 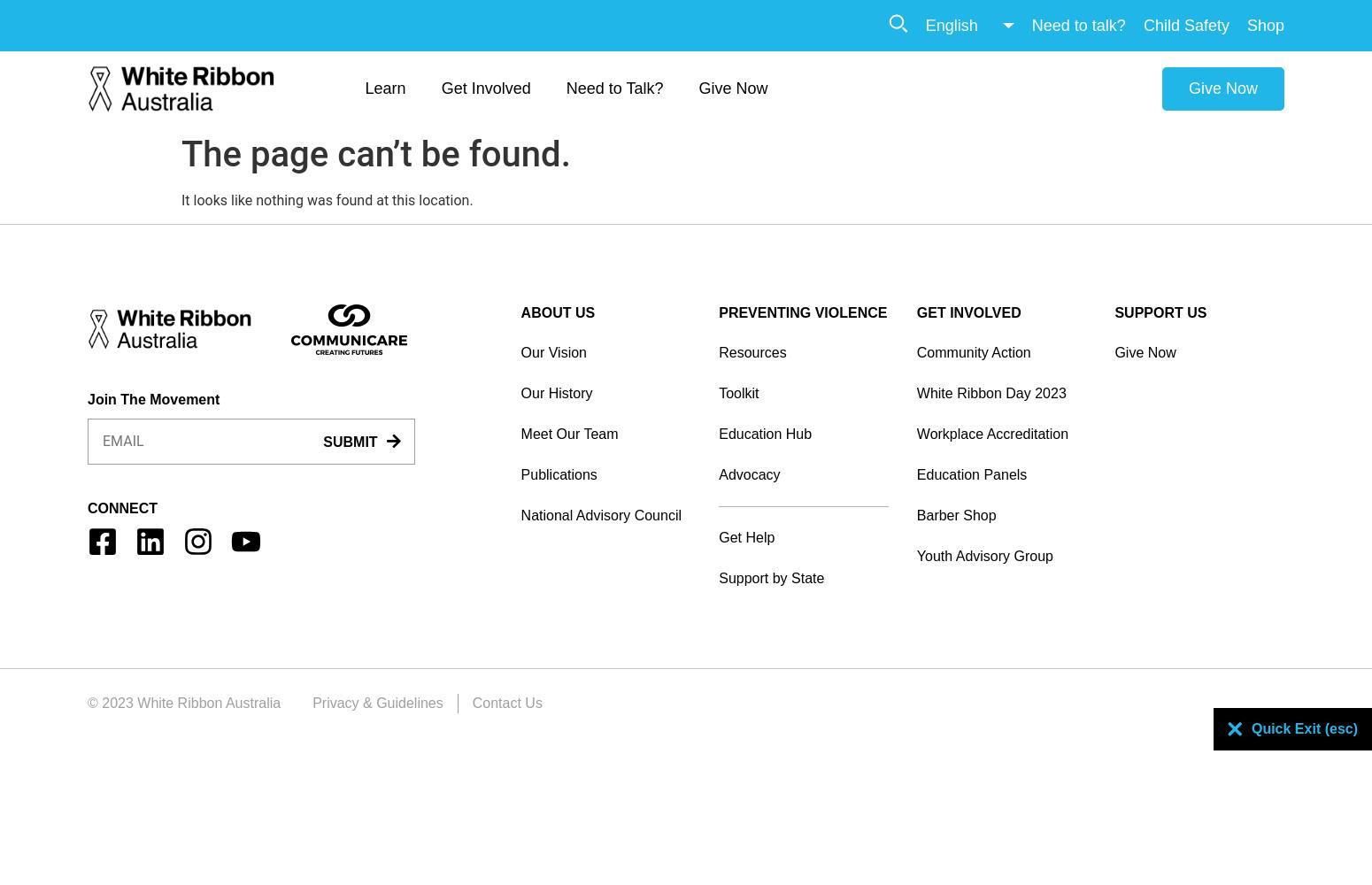 I want to click on 'Youth Advisory Group', so click(x=915, y=555).